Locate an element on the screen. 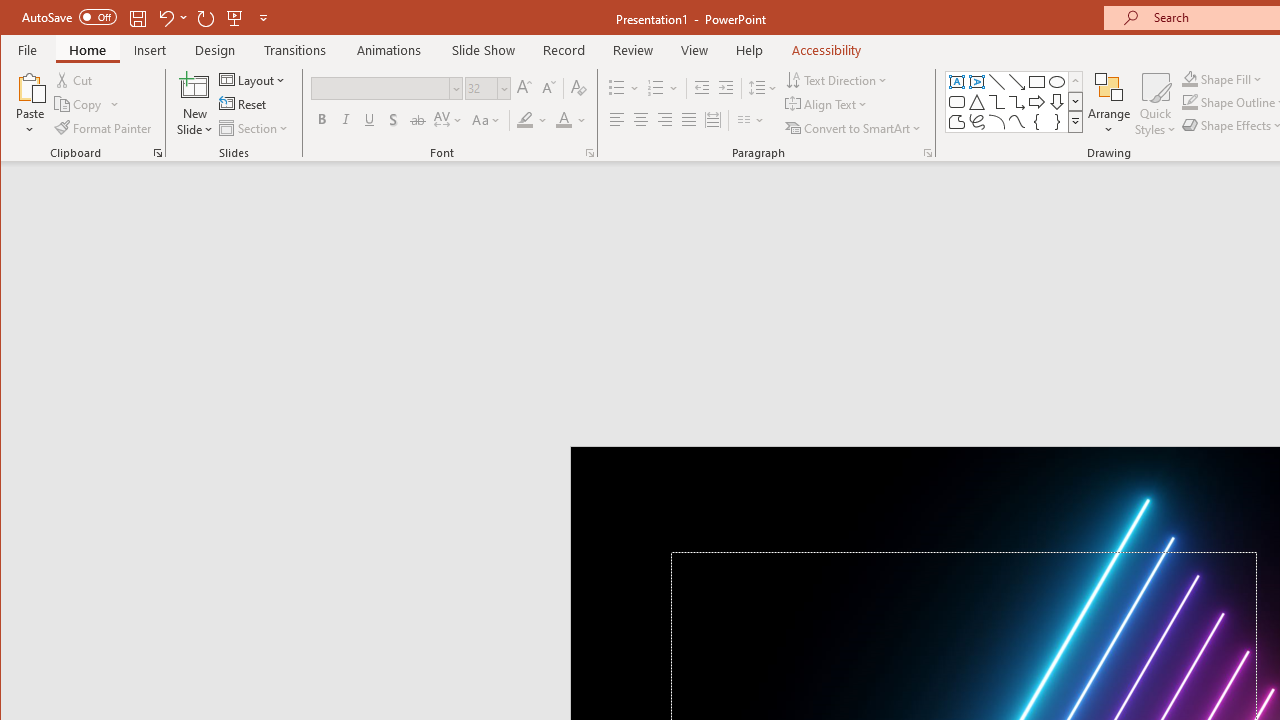 Image resolution: width=1280 pixels, height=720 pixels. 'Change Case' is located at coordinates (487, 120).